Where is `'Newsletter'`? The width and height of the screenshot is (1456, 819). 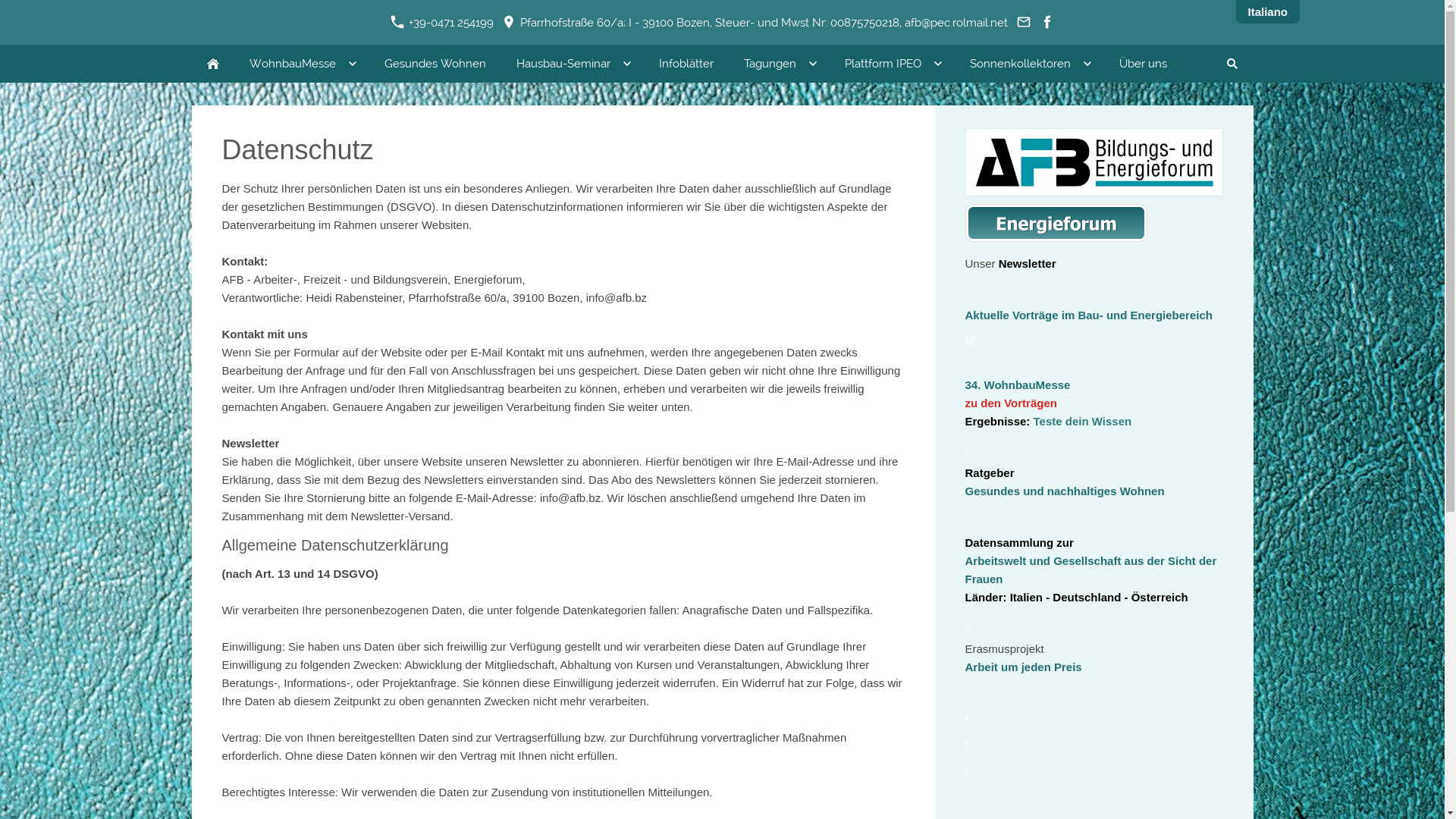
'Newsletter' is located at coordinates (1027, 262).